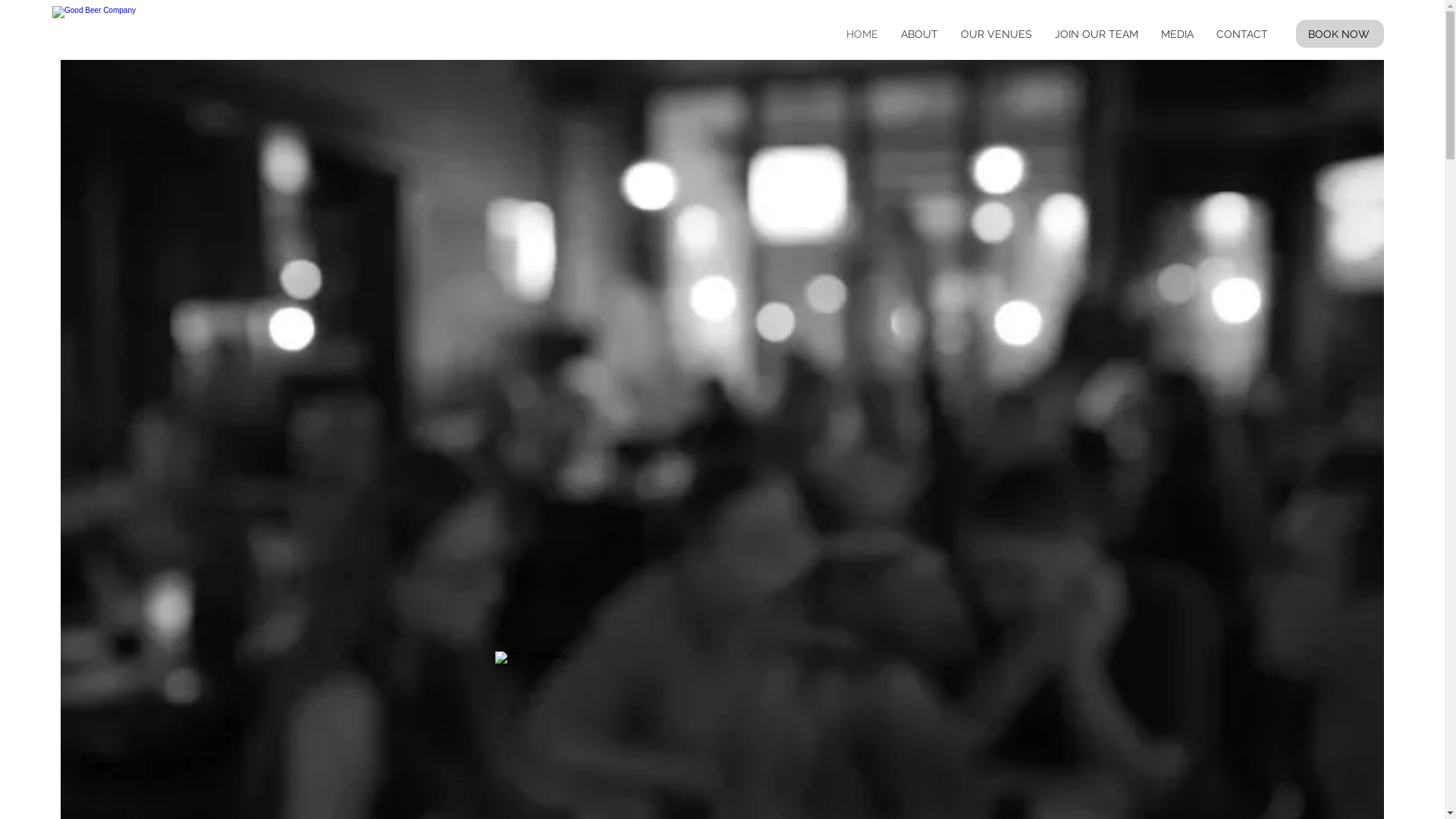  What do you see at coordinates (1203, 34) in the screenshot?
I see `'CONTACT'` at bounding box center [1203, 34].